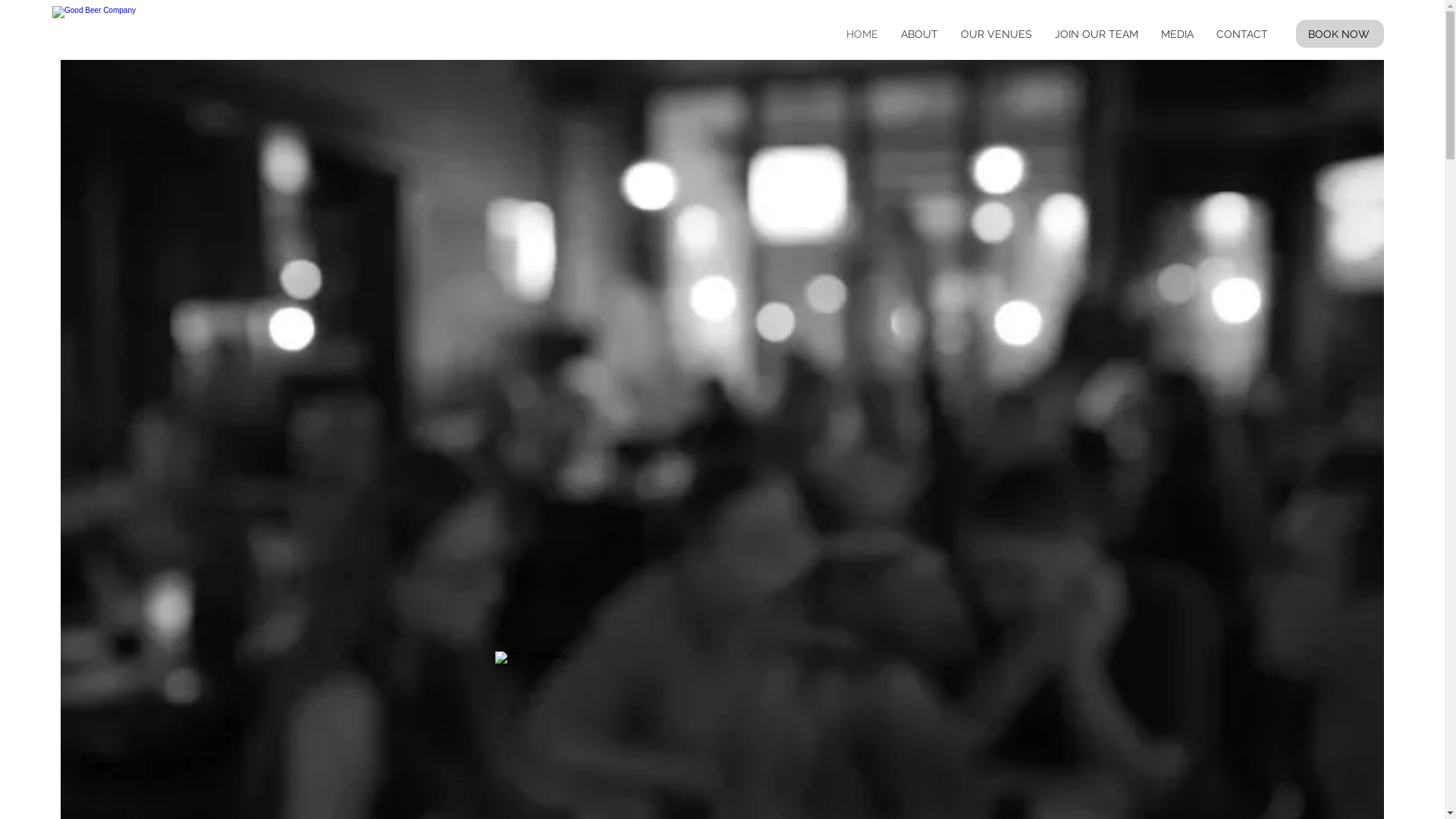  What do you see at coordinates (1203, 34) in the screenshot?
I see `'CONTACT'` at bounding box center [1203, 34].